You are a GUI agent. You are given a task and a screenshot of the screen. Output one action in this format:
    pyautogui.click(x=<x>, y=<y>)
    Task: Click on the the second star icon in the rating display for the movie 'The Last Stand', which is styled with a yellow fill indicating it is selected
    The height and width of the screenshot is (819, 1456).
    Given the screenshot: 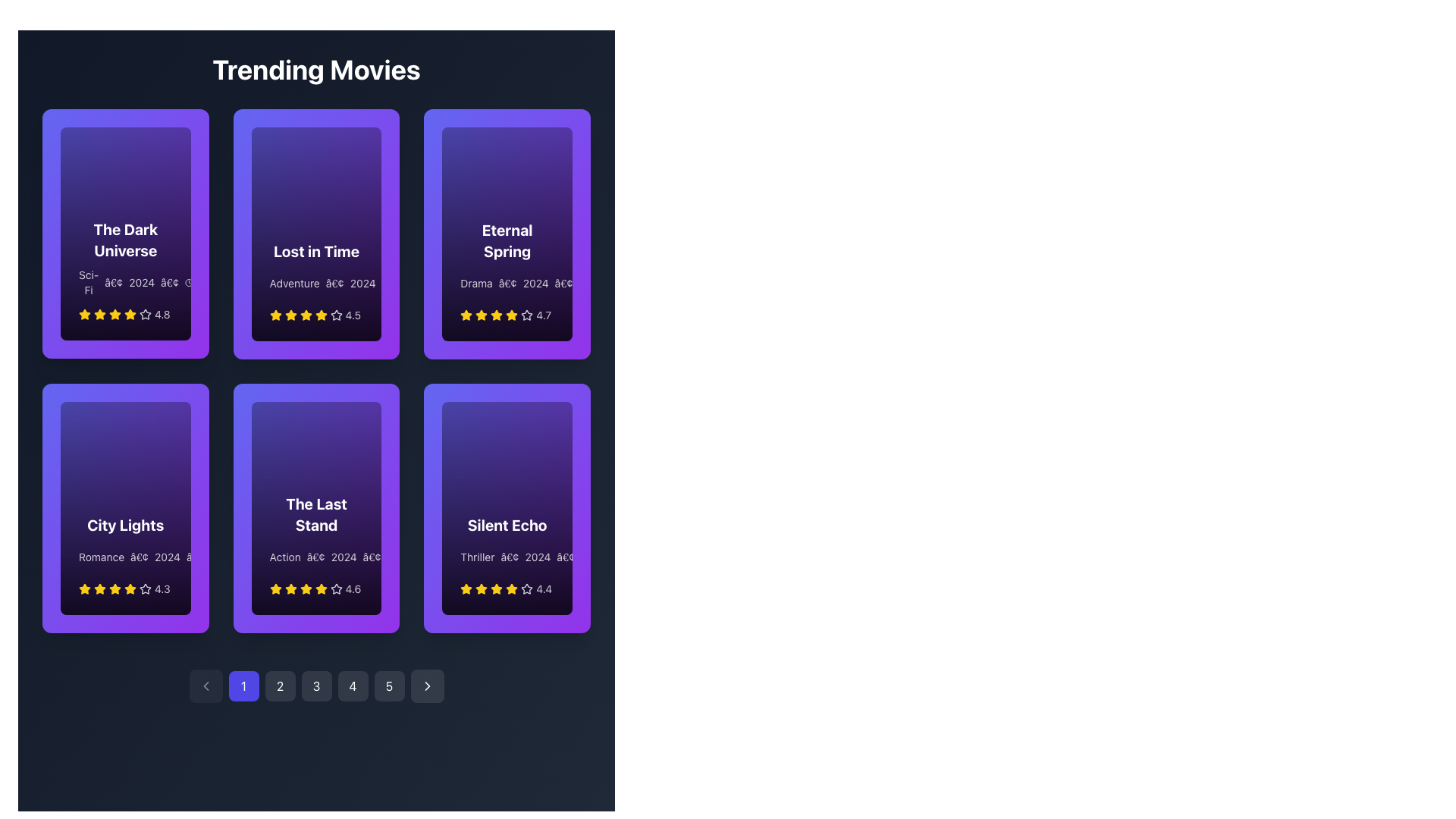 What is the action you would take?
    pyautogui.click(x=290, y=588)
    